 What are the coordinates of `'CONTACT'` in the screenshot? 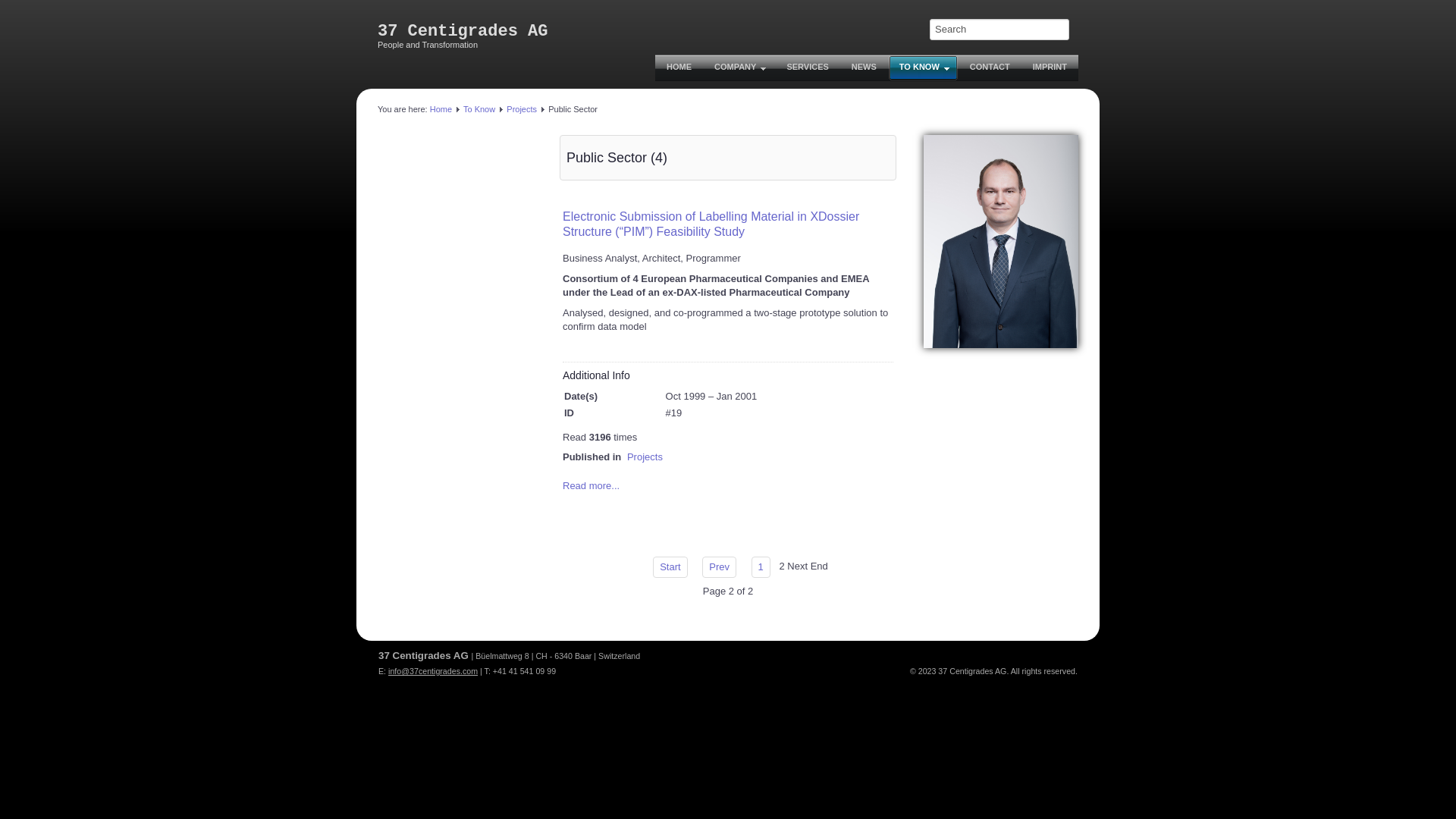 It's located at (990, 67).